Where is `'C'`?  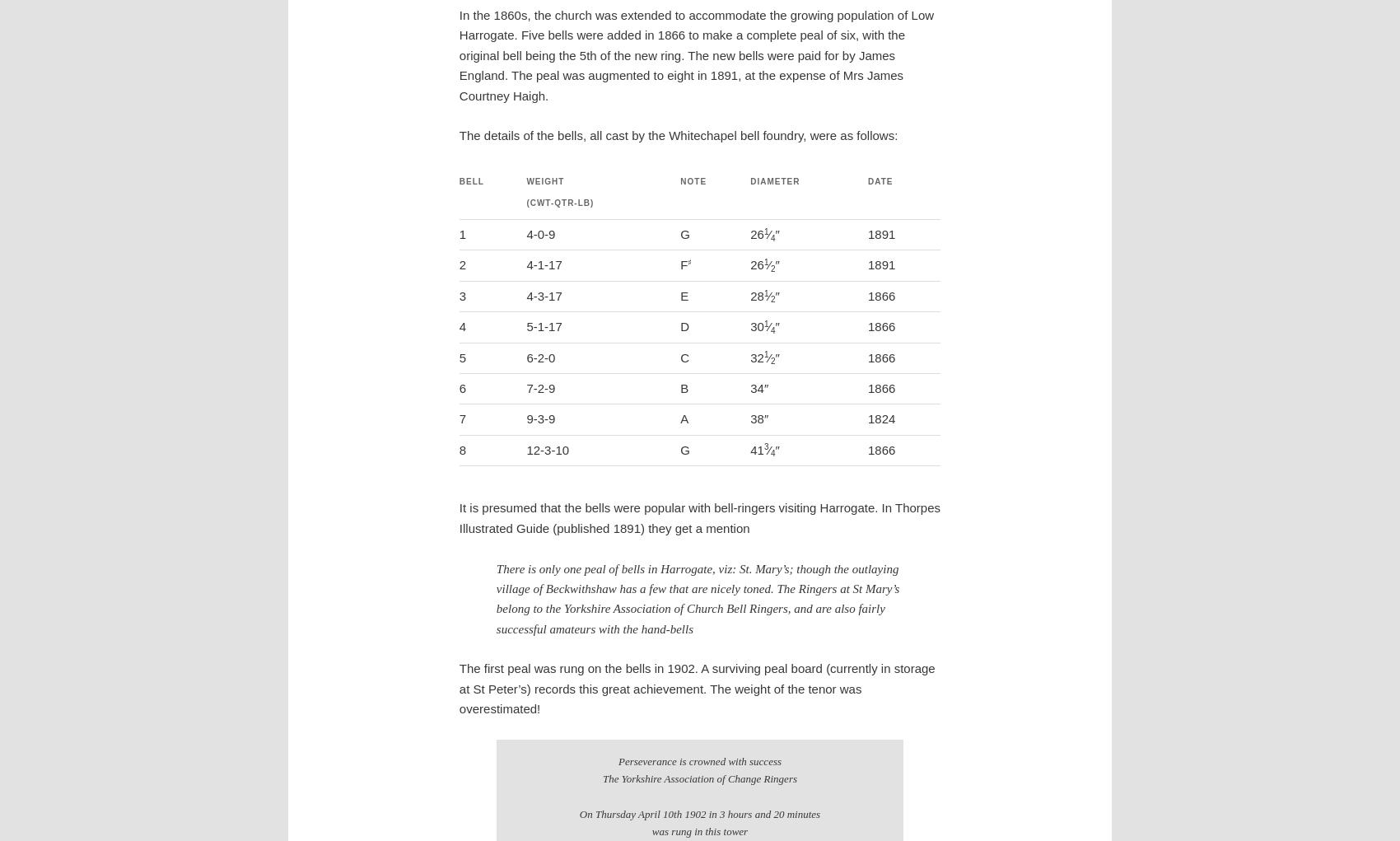
'C' is located at coordinates (684, 357).